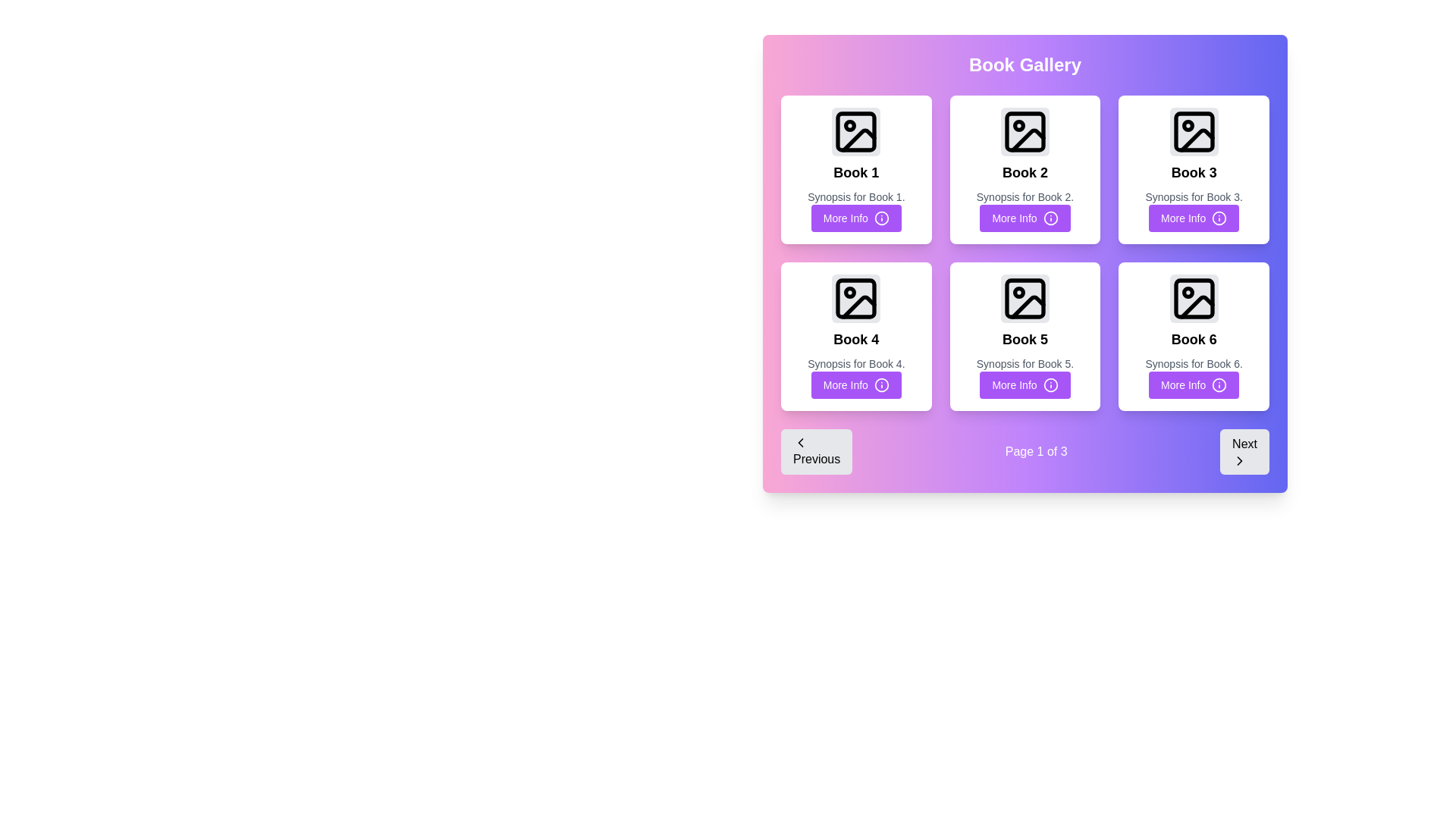 The height and width of the screenshot is (819, 1456). Describe the element at coordinates (1035, 451) in the screenshot. I see `text from the Text Label located in the middle of the horizontal navigation control bar, positioned between the 'Previous' and 'Next' buttons` at that location.